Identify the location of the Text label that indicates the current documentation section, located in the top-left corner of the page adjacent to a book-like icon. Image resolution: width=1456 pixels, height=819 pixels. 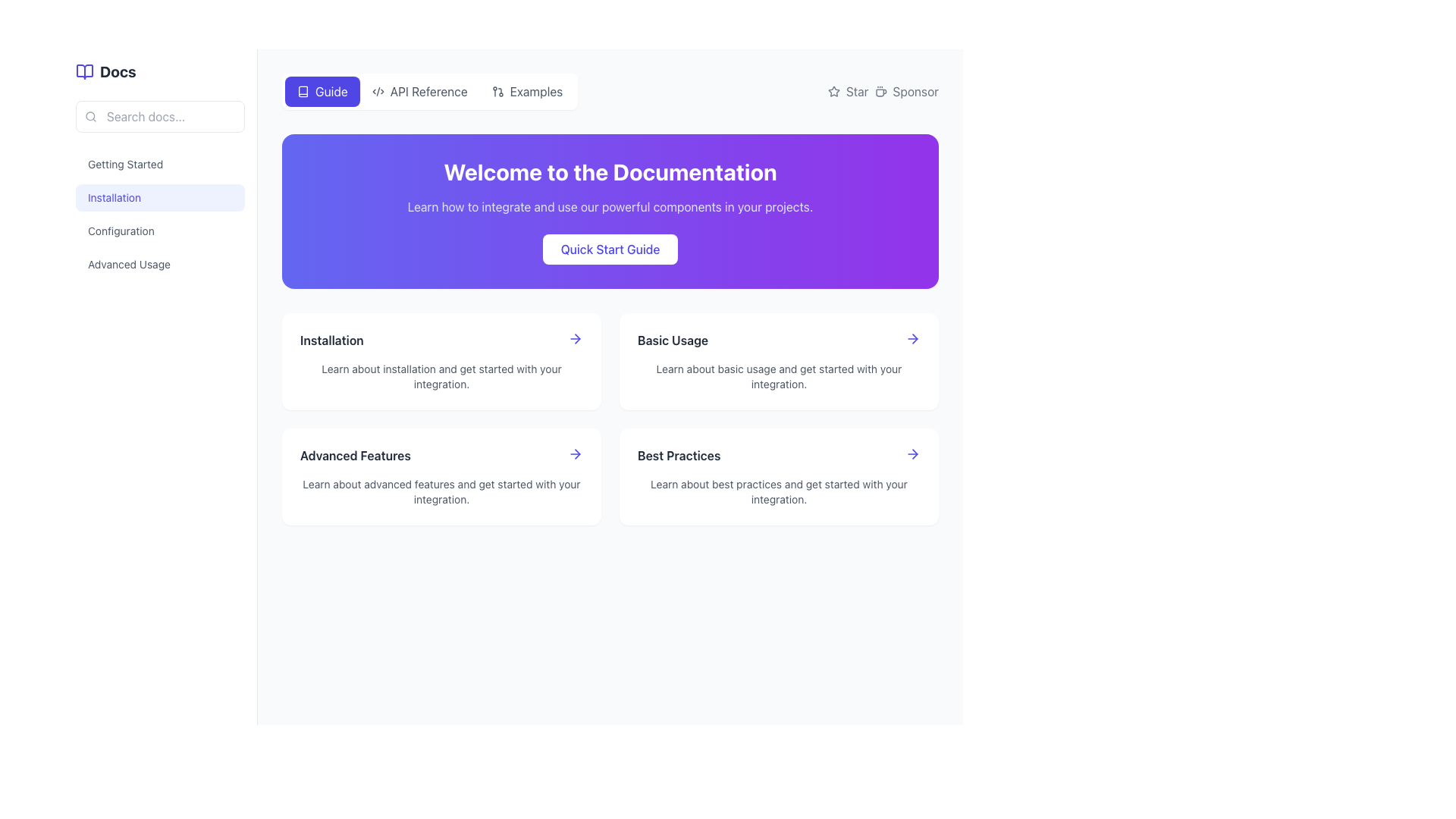
(117, 72).